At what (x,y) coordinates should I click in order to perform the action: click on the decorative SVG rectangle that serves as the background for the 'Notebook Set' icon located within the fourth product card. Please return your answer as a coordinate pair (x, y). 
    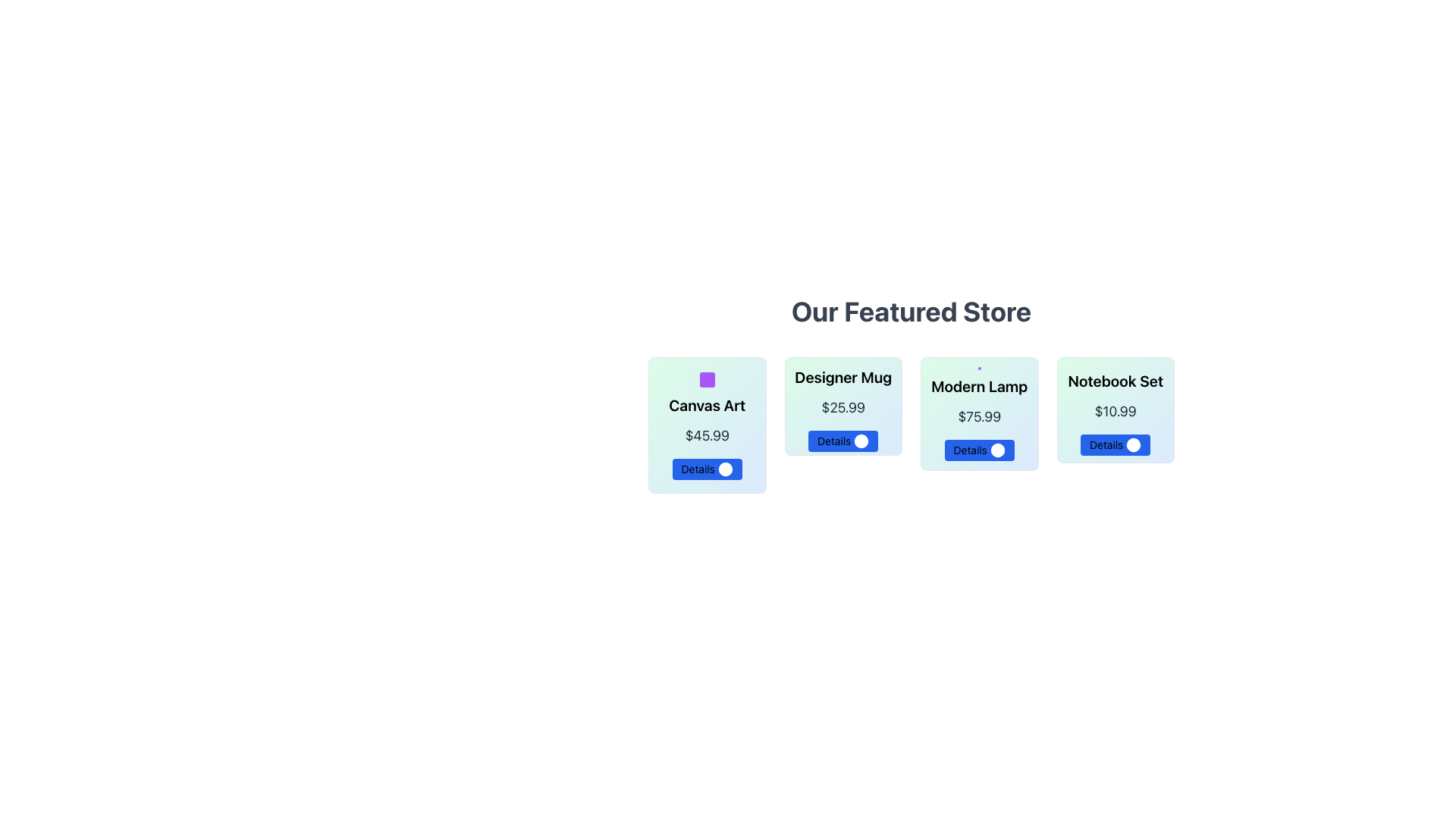
    Looking at the image, I should click on (1116, 374).